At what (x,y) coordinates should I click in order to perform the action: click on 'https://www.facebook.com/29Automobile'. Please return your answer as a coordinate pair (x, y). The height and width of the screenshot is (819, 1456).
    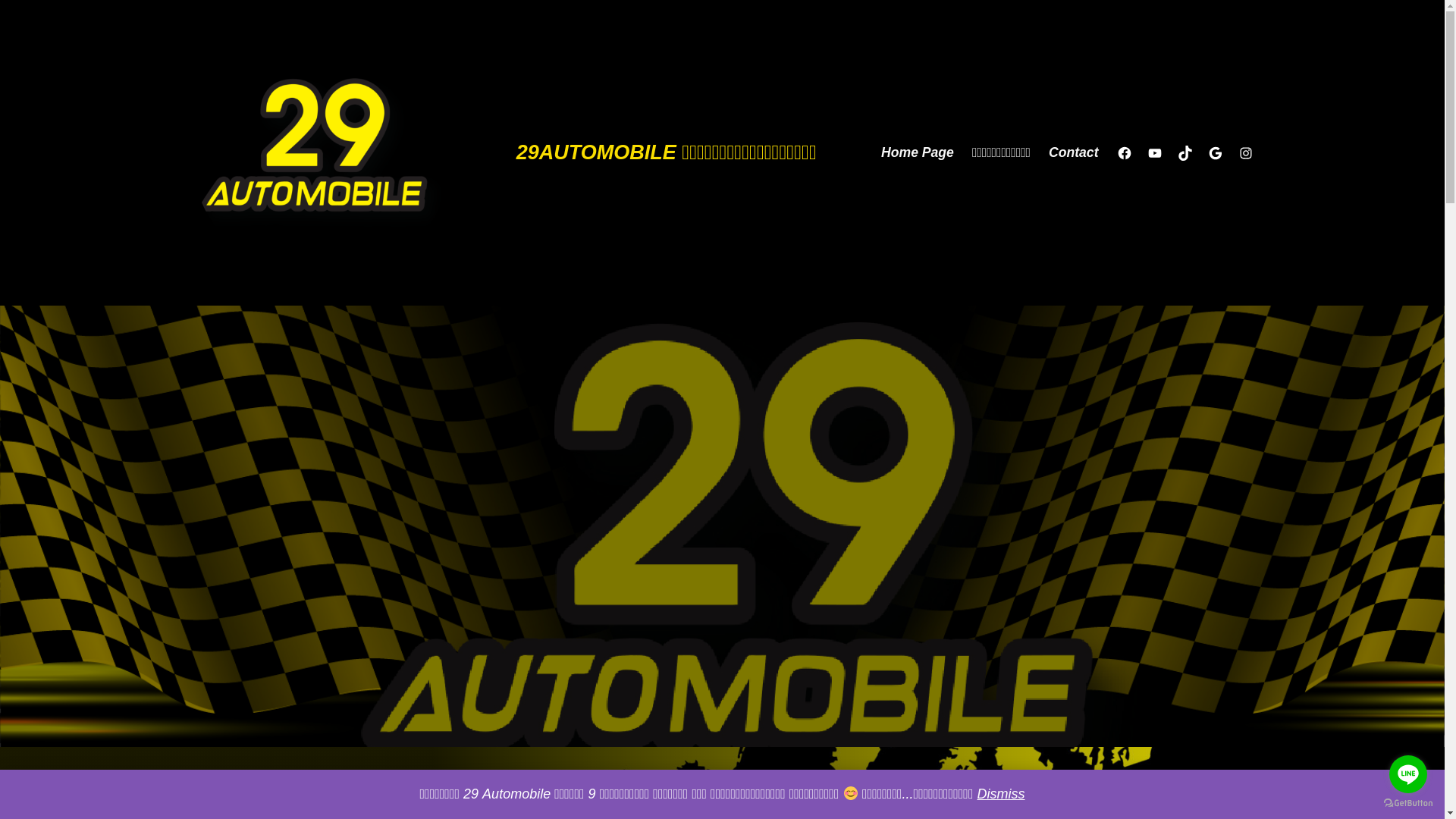
    Looking at the image, I should click on (1116, 152).